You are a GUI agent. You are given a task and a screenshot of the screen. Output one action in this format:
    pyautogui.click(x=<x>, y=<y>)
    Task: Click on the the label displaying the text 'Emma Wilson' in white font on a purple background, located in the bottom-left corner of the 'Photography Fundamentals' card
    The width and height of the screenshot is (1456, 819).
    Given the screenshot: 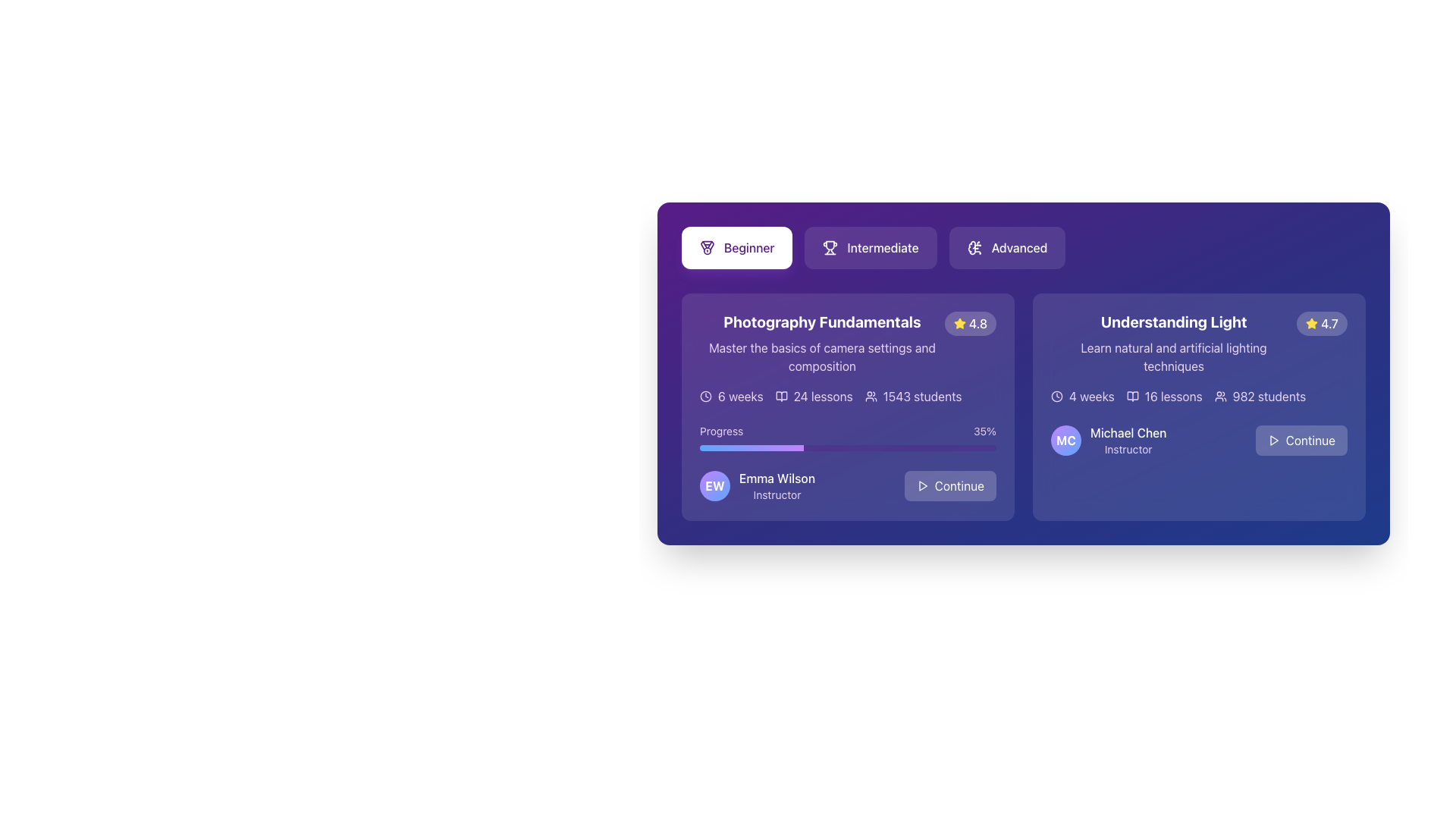 What is the action you would take?
    pyautogui.click(x=777, y=479)
    